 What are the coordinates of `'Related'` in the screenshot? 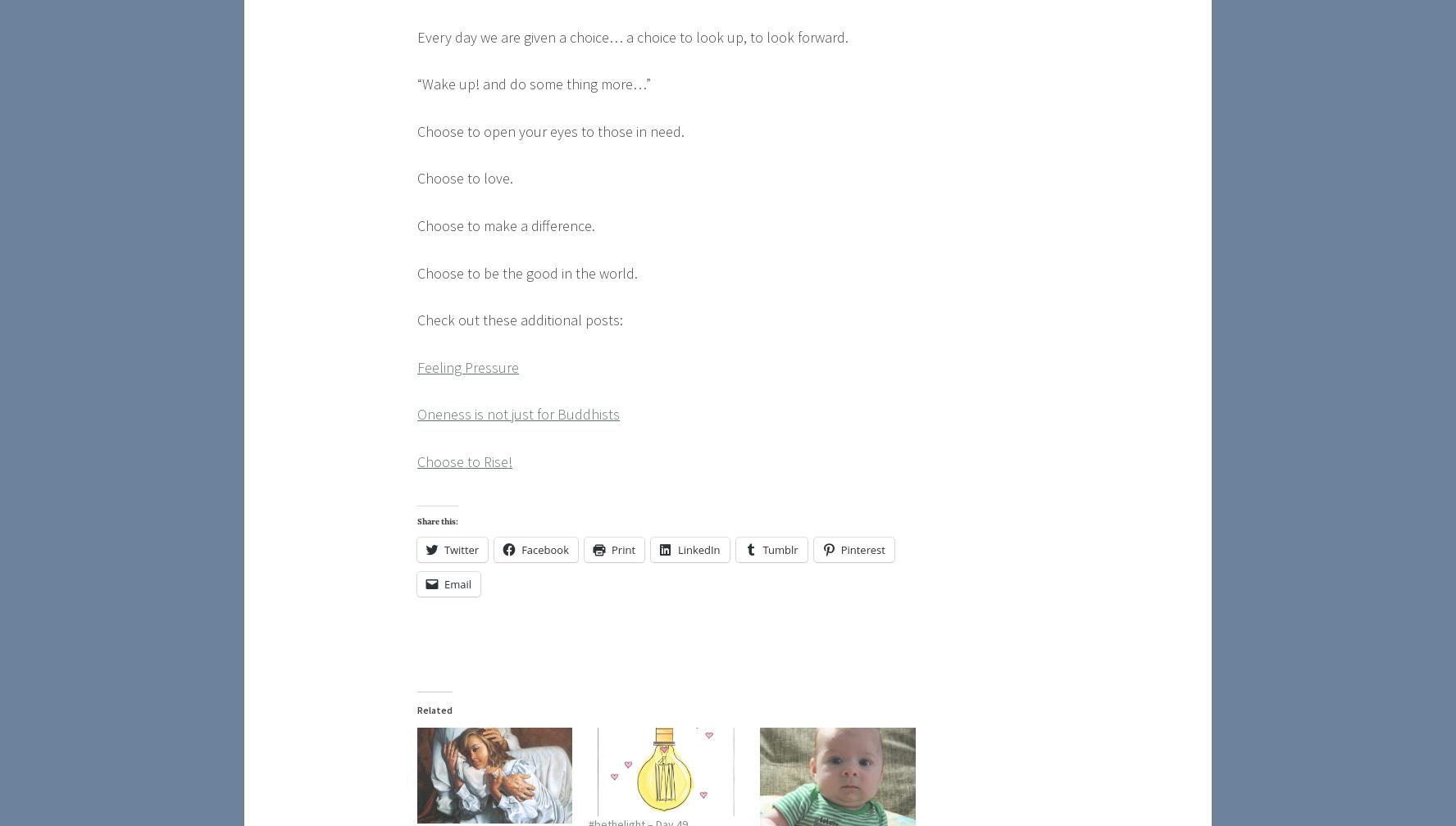 It's located at (435, 709).